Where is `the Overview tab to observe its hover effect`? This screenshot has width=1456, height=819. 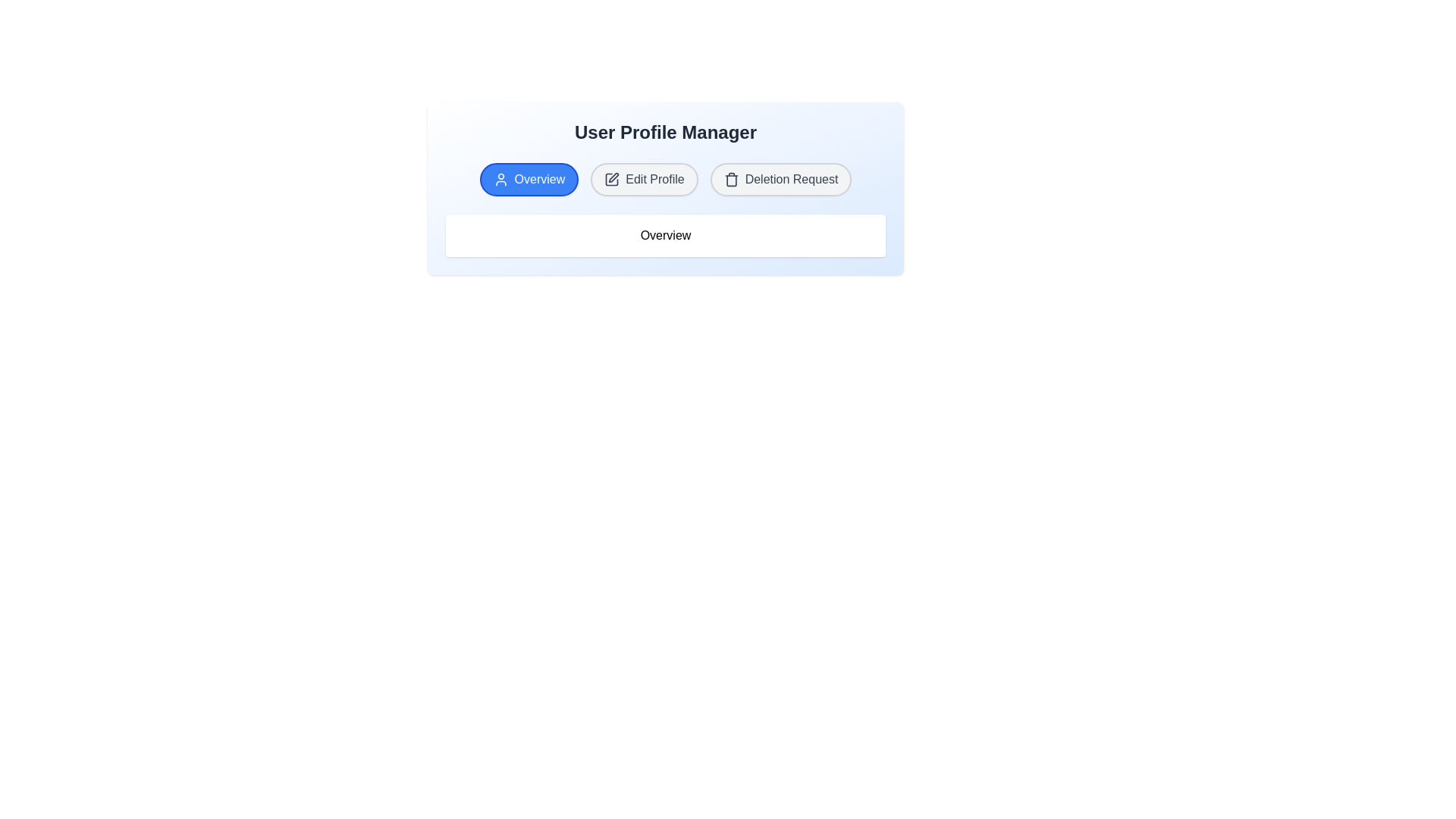 the Overview tab to observe its hover effect is located at coordinates (529, 178).